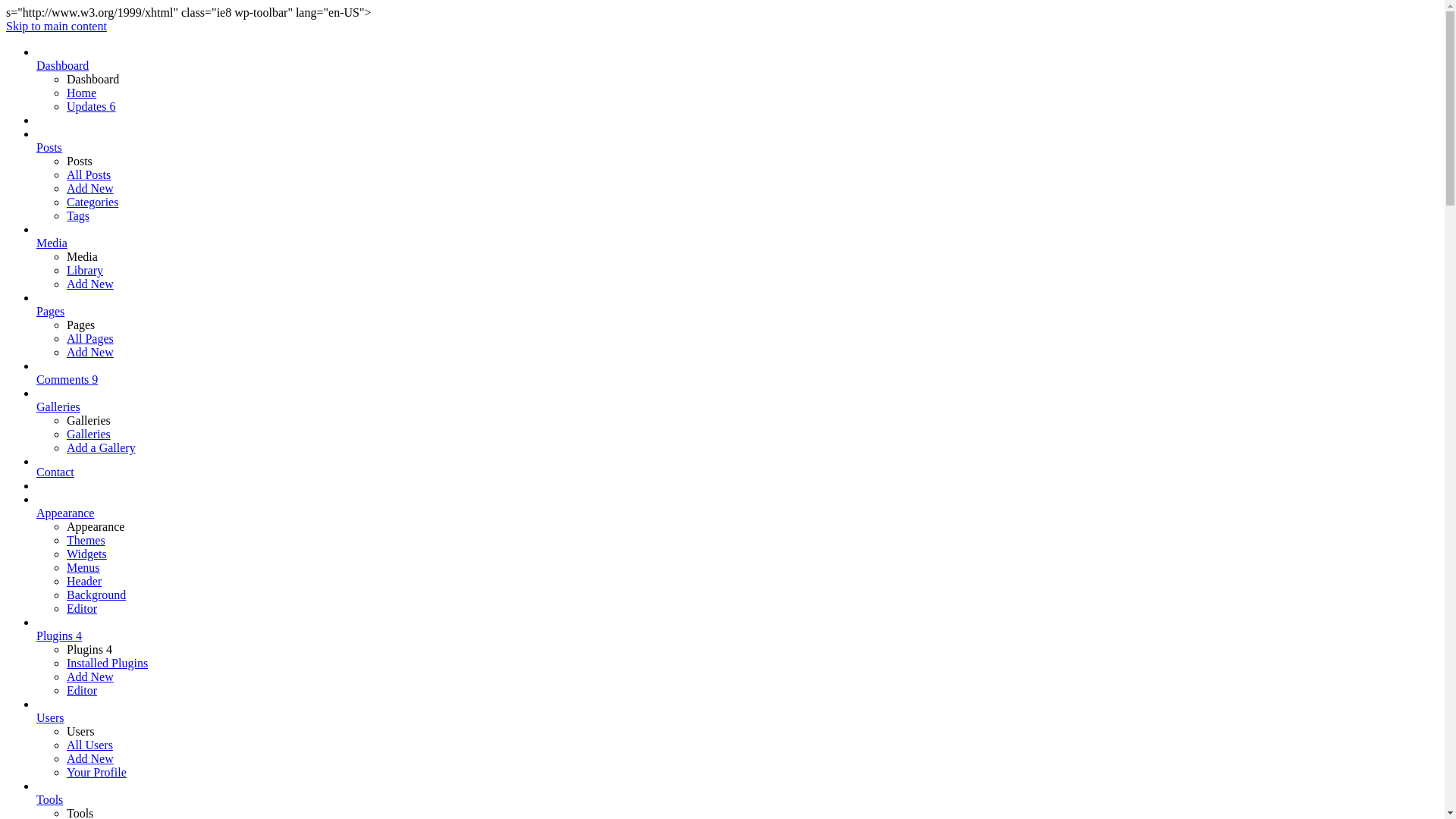 This screenshot has width=1456, height=819. What do you see at coordinates (85, 539) in the screenshot?
I see `'Themes'` at bounding box center [85, 539].